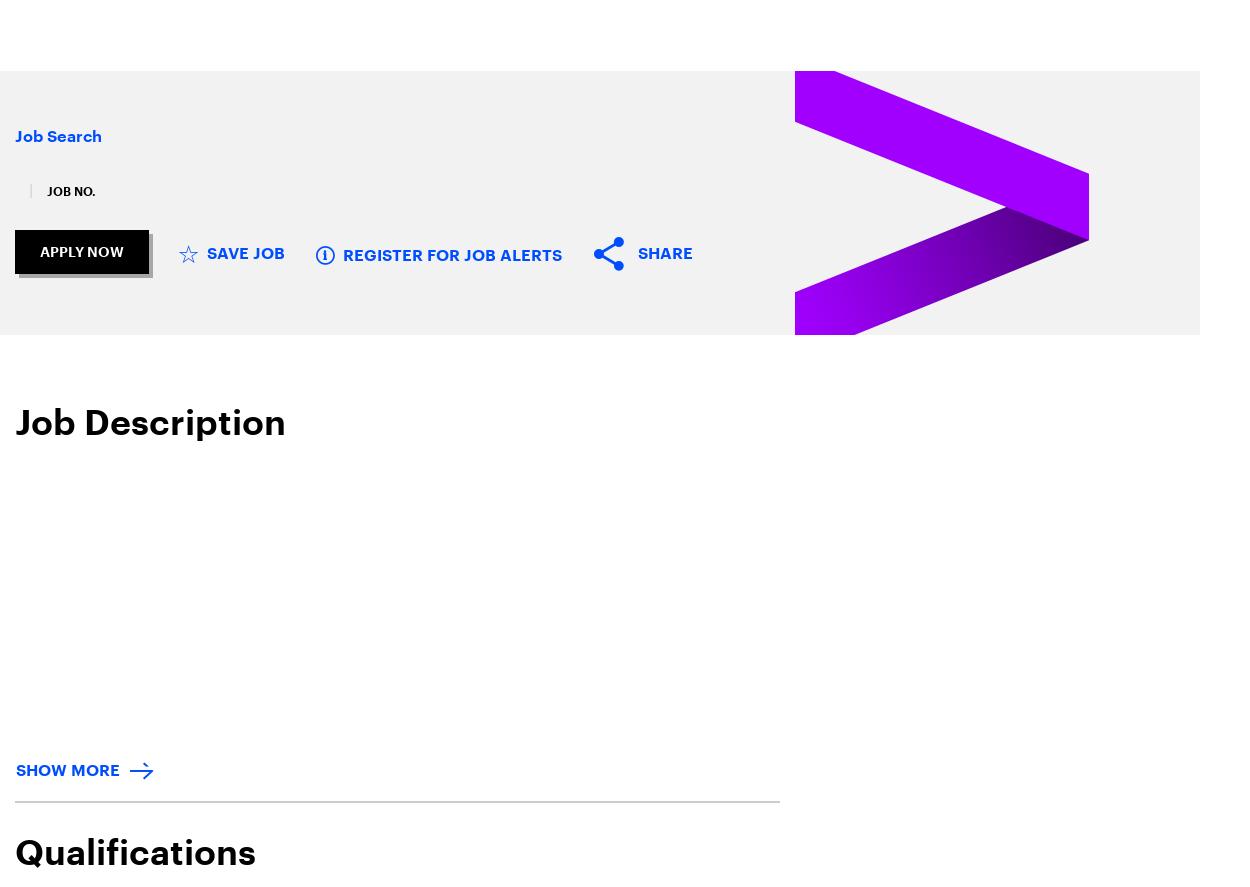  What do you see at coordinates (318, 33) in the screenshot?
I see `'Services'` at bounding box center [318, 33].